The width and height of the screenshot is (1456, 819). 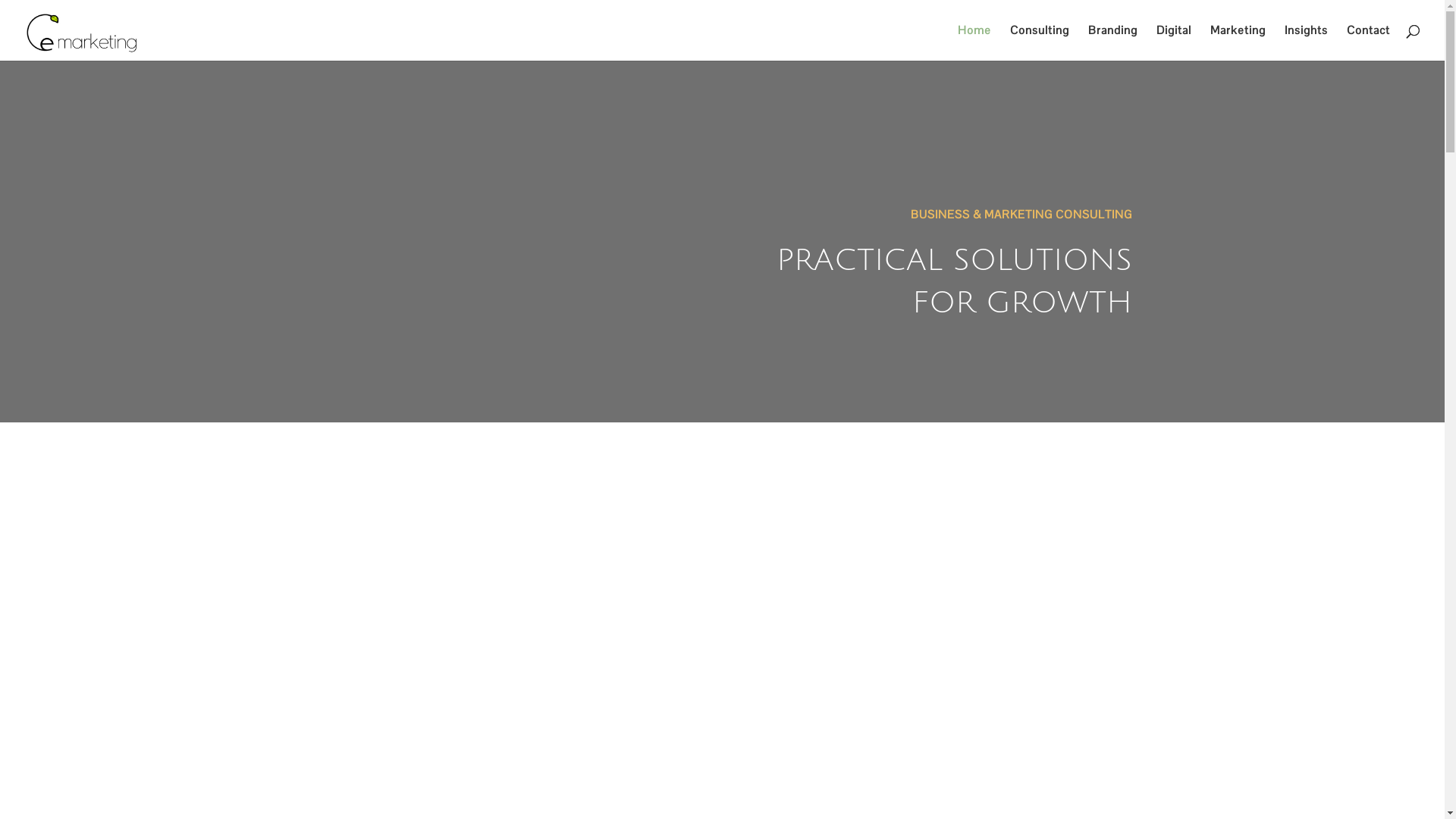 What do you see at coordinates (1368, 42) in the screenshot?
I see `'Contact'` at bounding box center [1368, 42].